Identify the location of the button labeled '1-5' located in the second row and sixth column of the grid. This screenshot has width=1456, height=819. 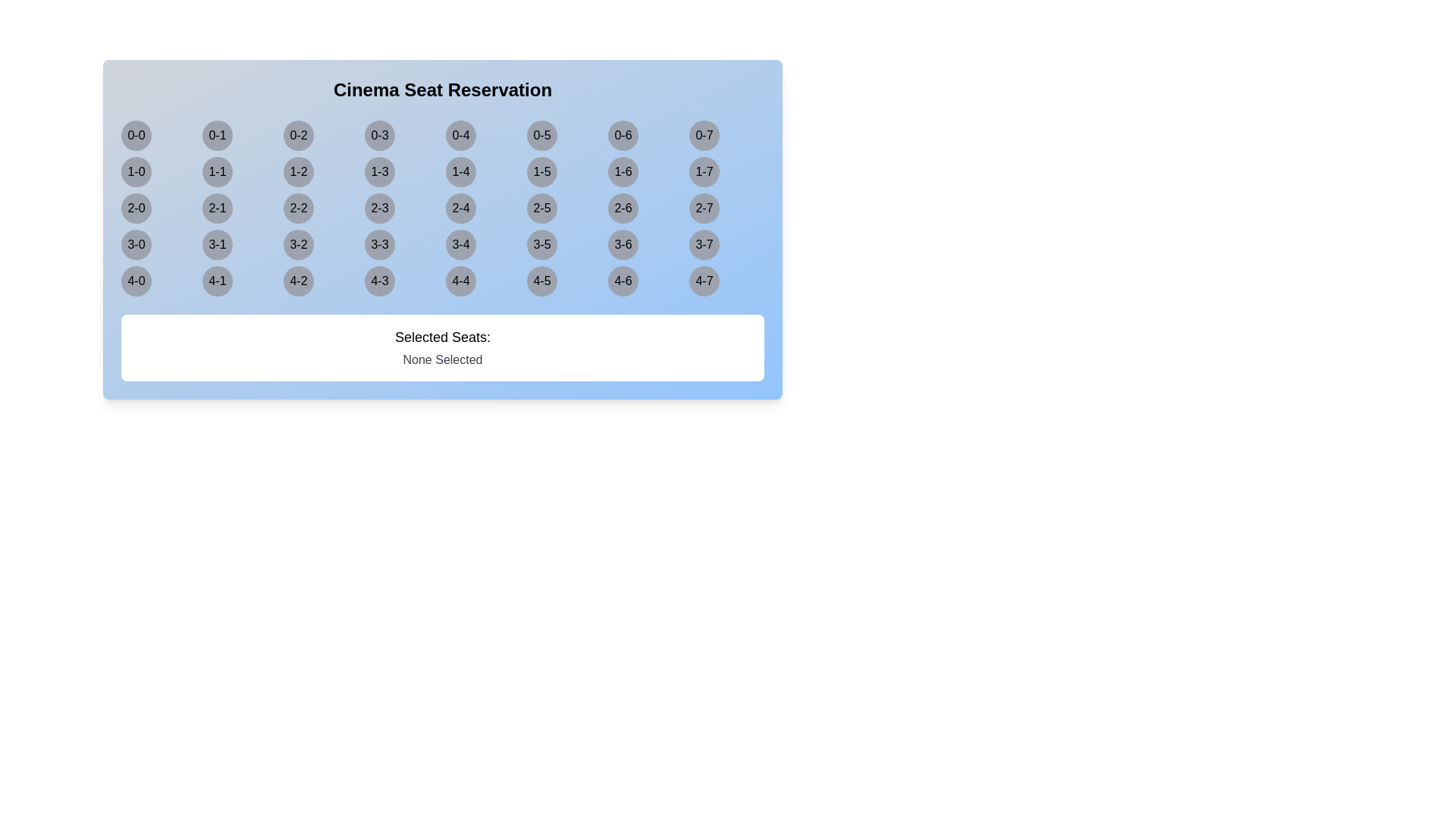
(542, 171).